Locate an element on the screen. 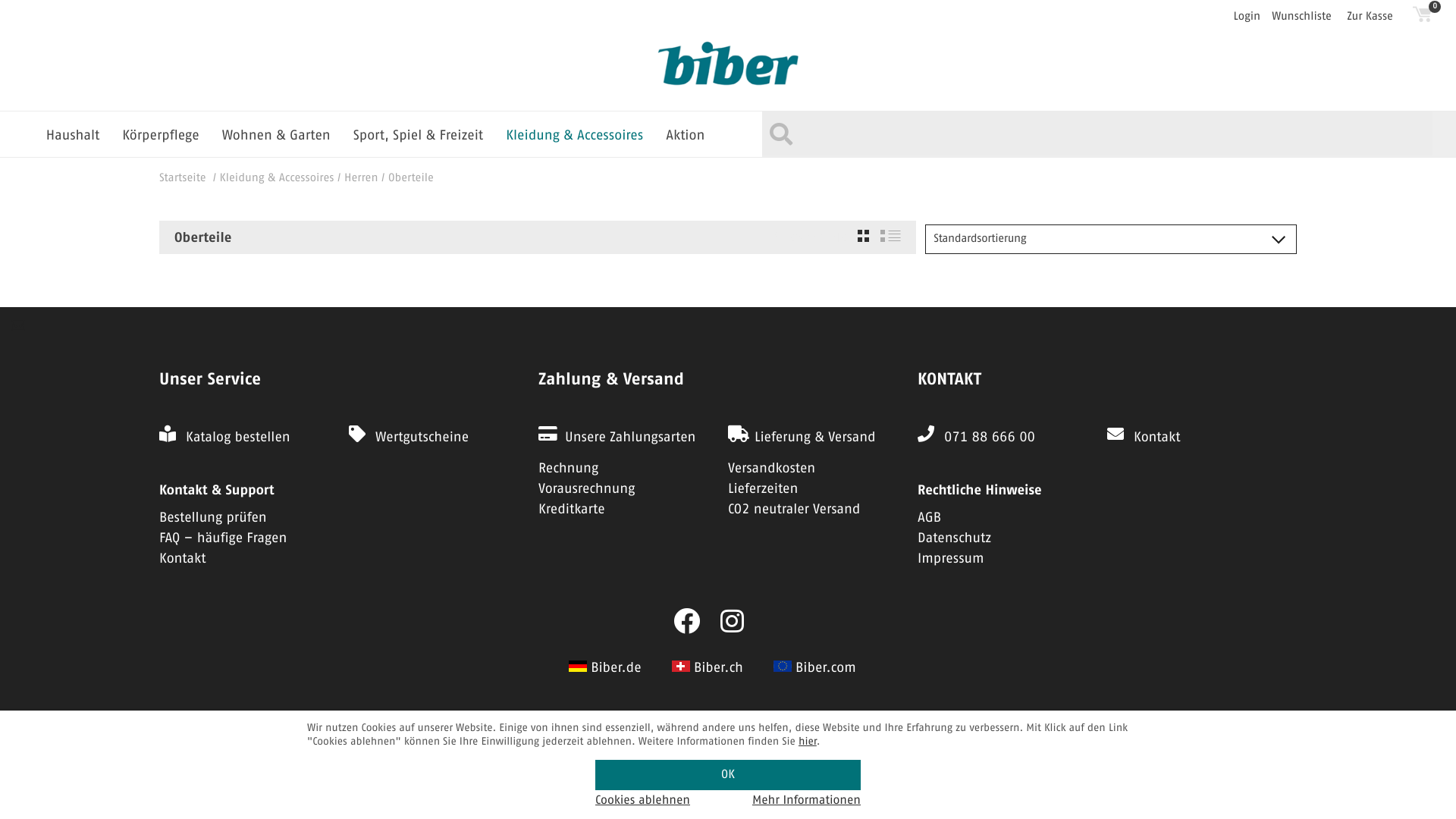 This screenshot has width=1456, height=819. 'Impressum' is located at coordinates (949, 558).